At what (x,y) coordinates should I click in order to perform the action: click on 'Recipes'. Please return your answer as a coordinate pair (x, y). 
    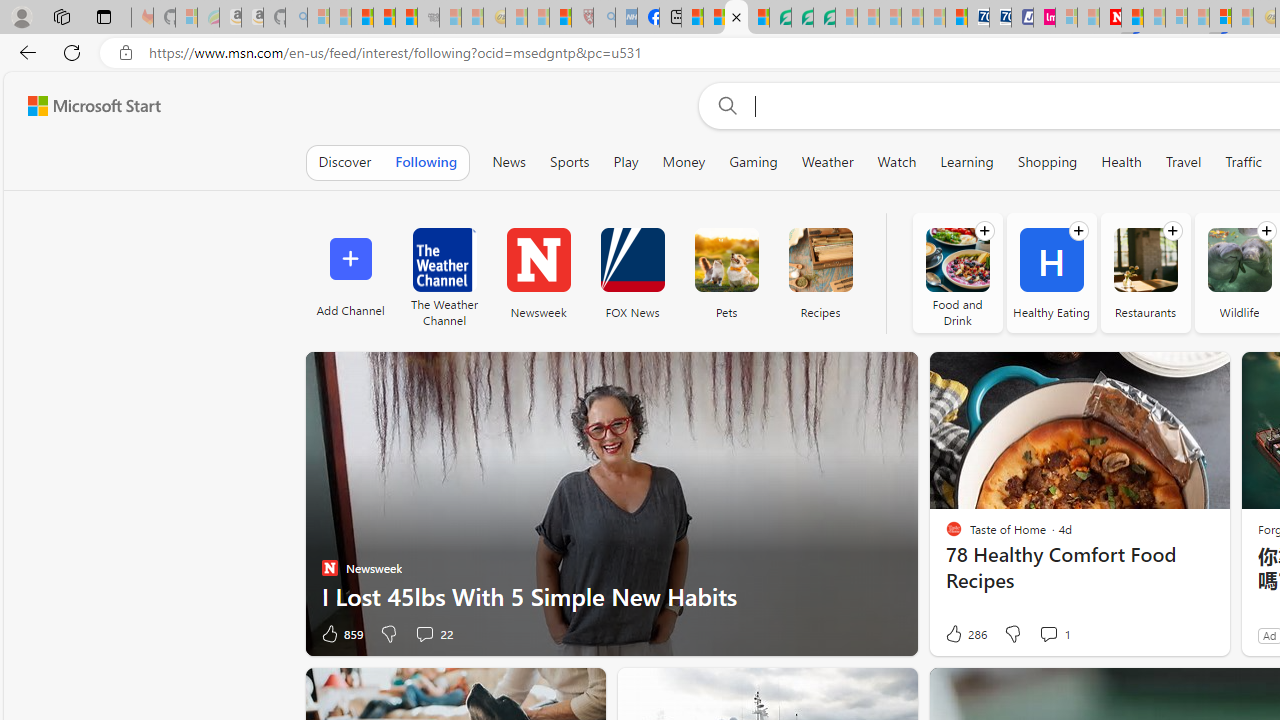
    Looking at the image, I should click on (820, 259).